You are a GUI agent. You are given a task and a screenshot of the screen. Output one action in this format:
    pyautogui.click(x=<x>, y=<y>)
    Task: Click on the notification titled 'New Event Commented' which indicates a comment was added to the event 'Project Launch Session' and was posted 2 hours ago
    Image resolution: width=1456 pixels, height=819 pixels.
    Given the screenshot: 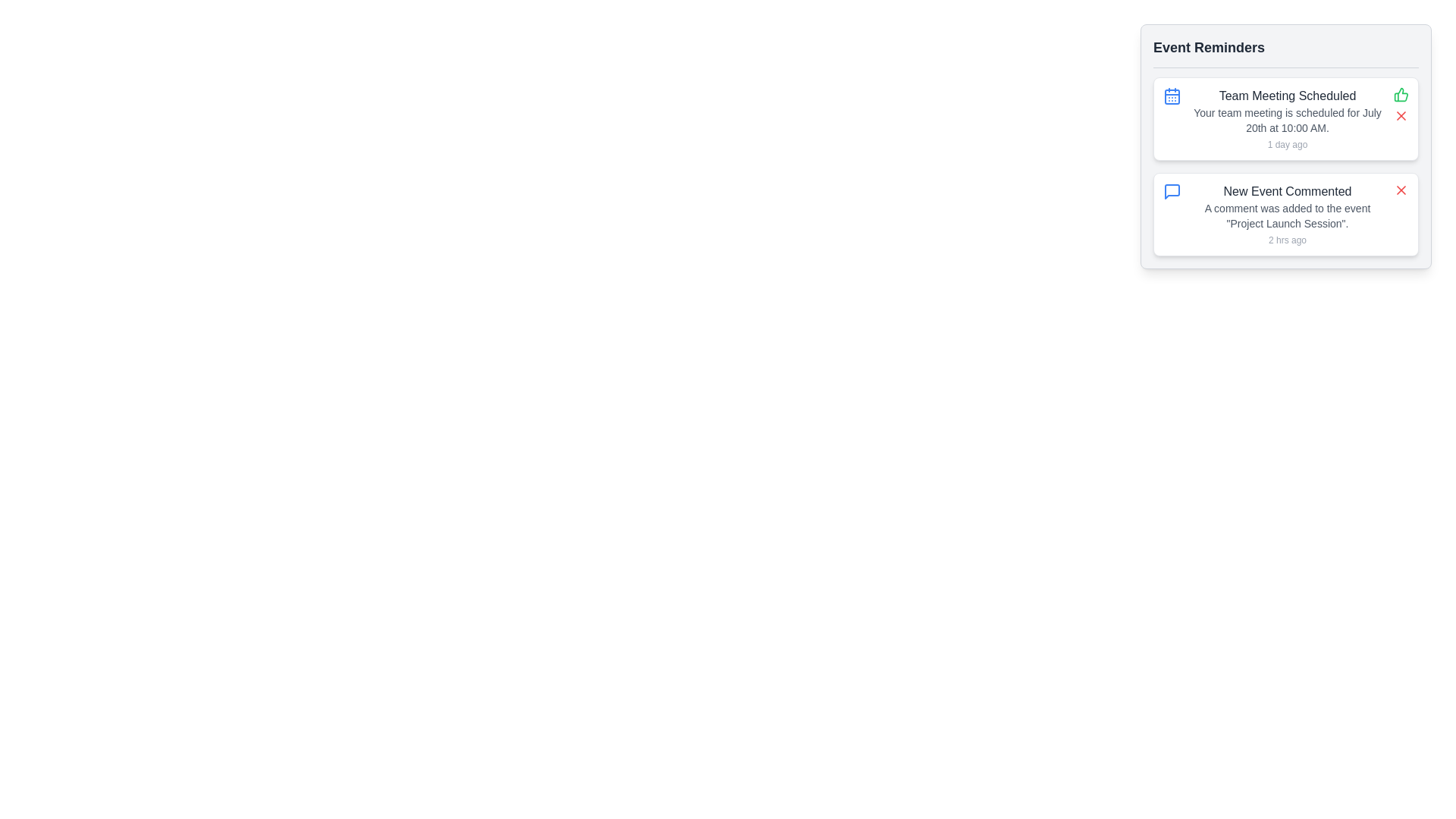 What is the action you would take?
    pyautogui.click(x=1287, y=214)
    